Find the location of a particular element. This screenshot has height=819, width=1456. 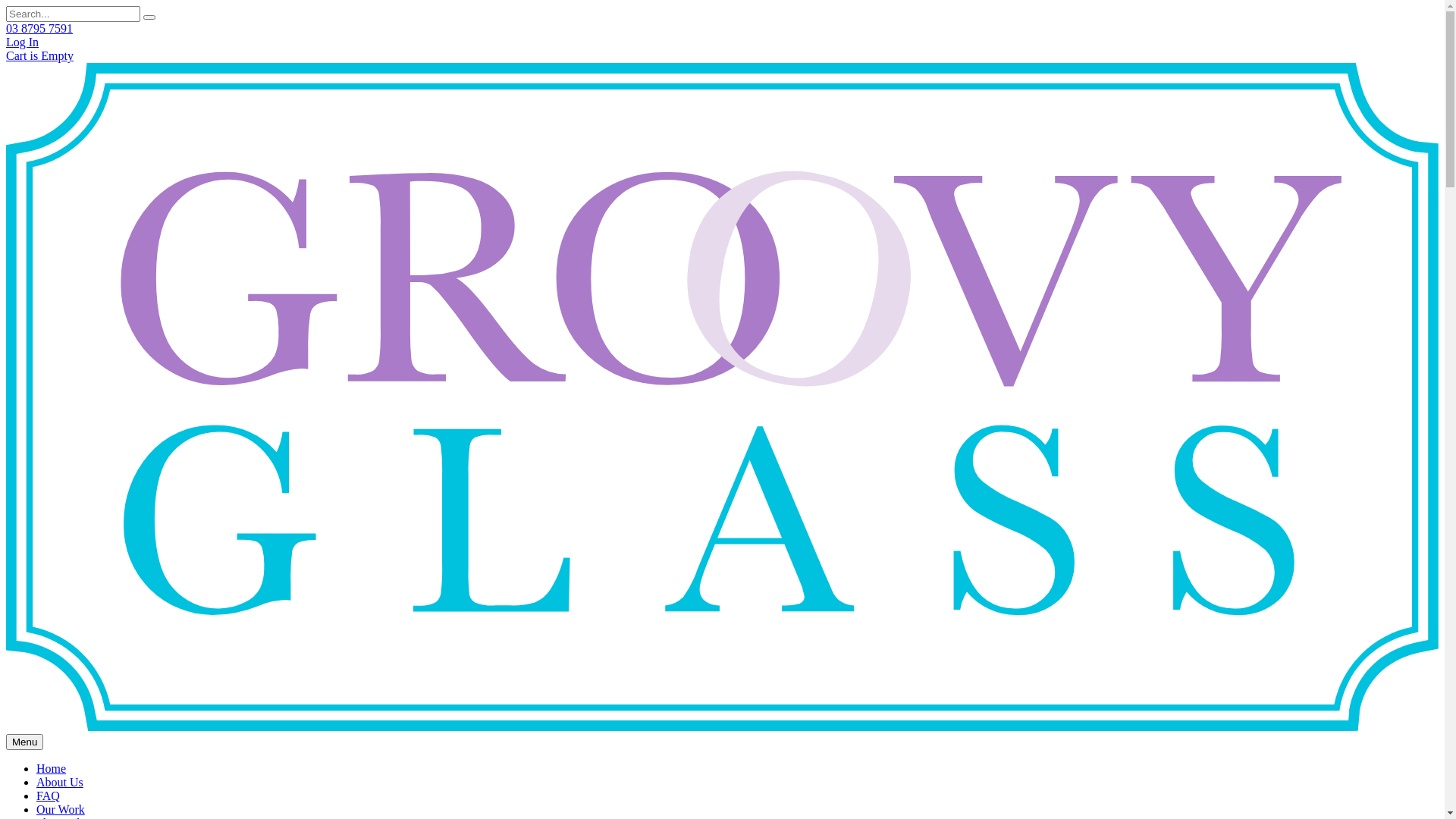

'About Us' is located at coordinates (59, 782).